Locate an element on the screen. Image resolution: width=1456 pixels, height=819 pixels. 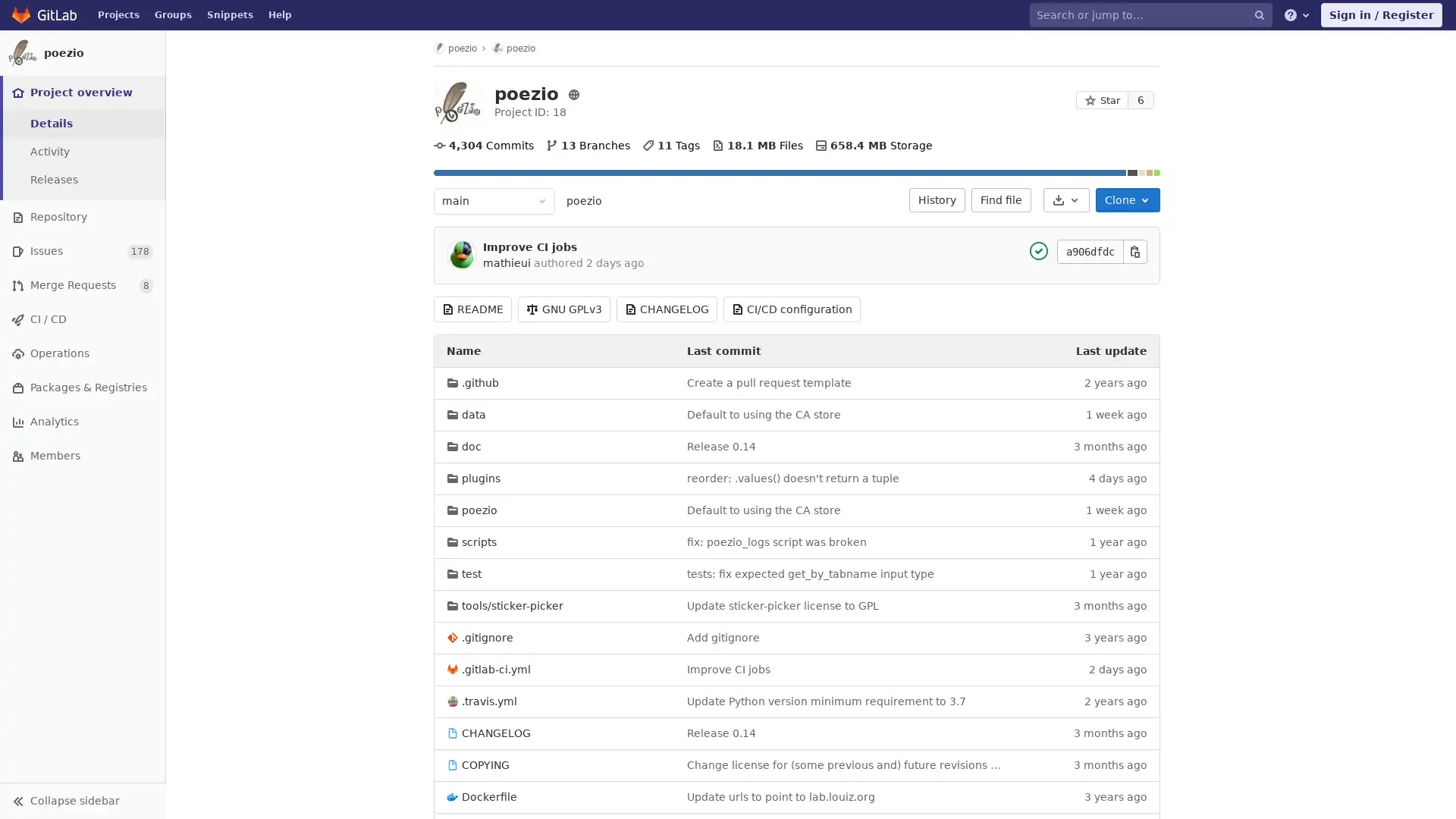
Copy this value is located at coordinates (1150, 250).